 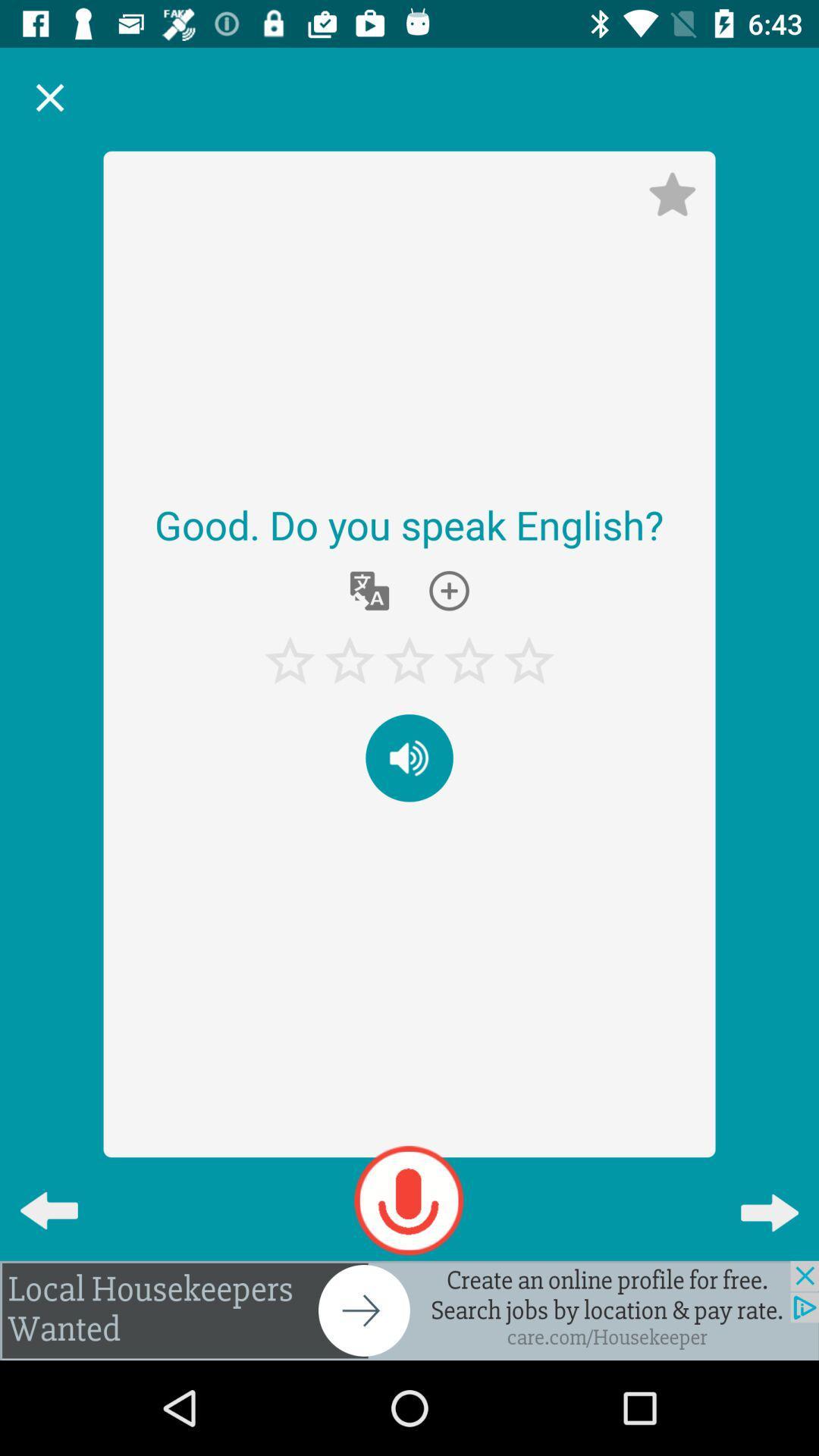 I want to click on the add icon, so click(x=448, y=590).